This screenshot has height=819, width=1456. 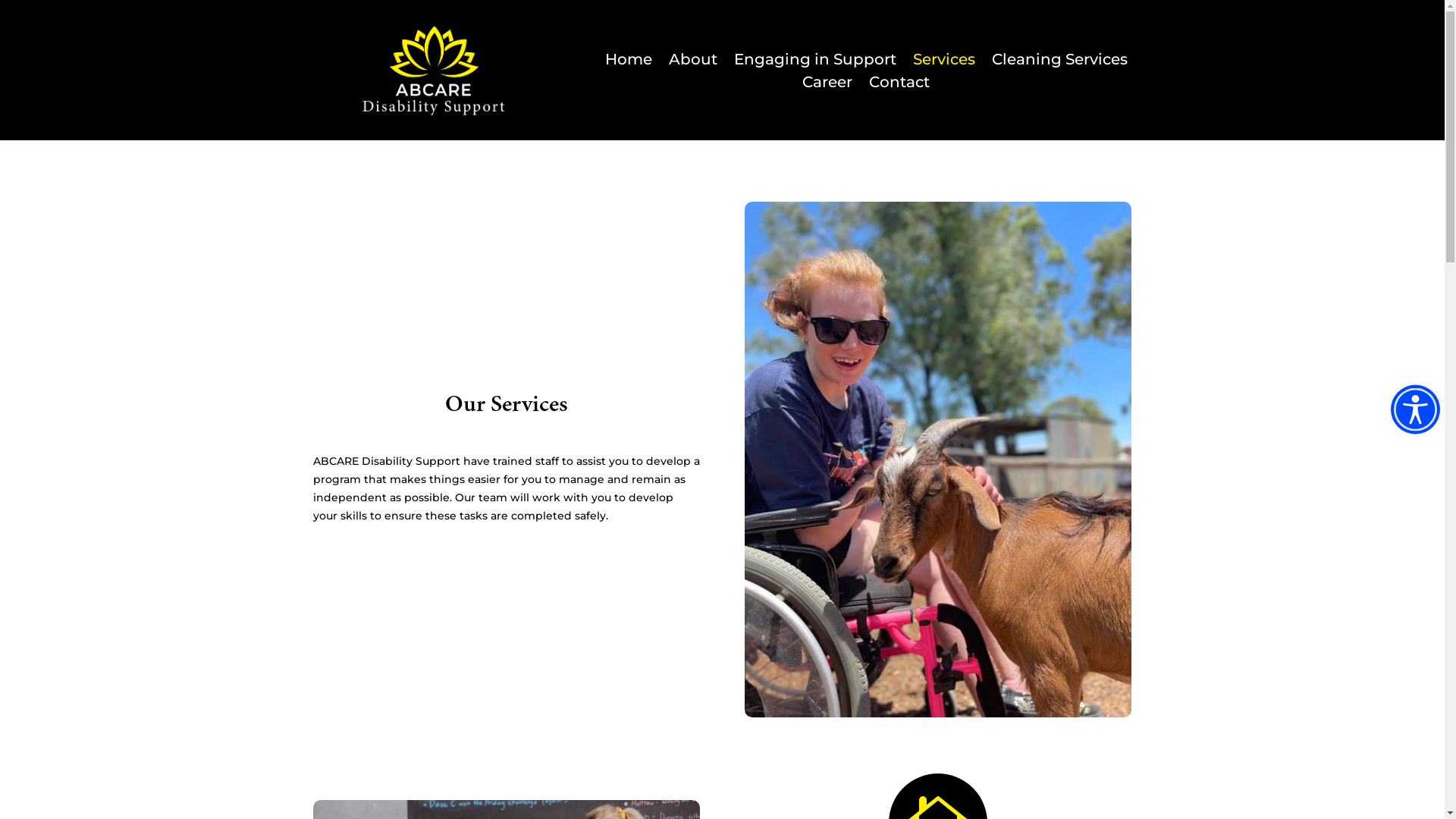 I want to click on 'Cleaning Services', so click(x=992, y=61).